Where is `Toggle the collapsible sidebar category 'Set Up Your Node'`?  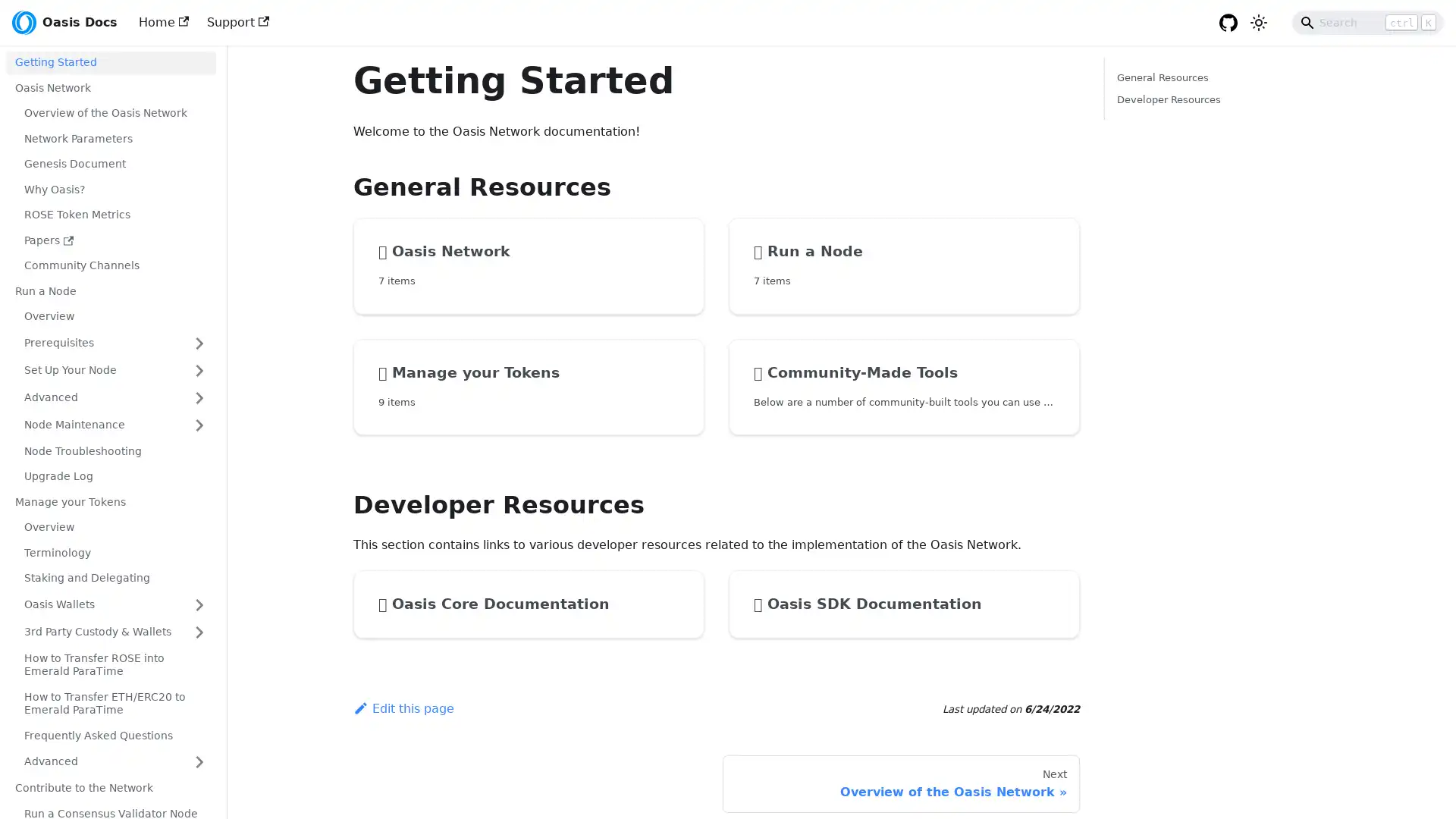
Toggle the collapsible sidebar category 'Set Up Your Node' is located at coordinates (199, 370).